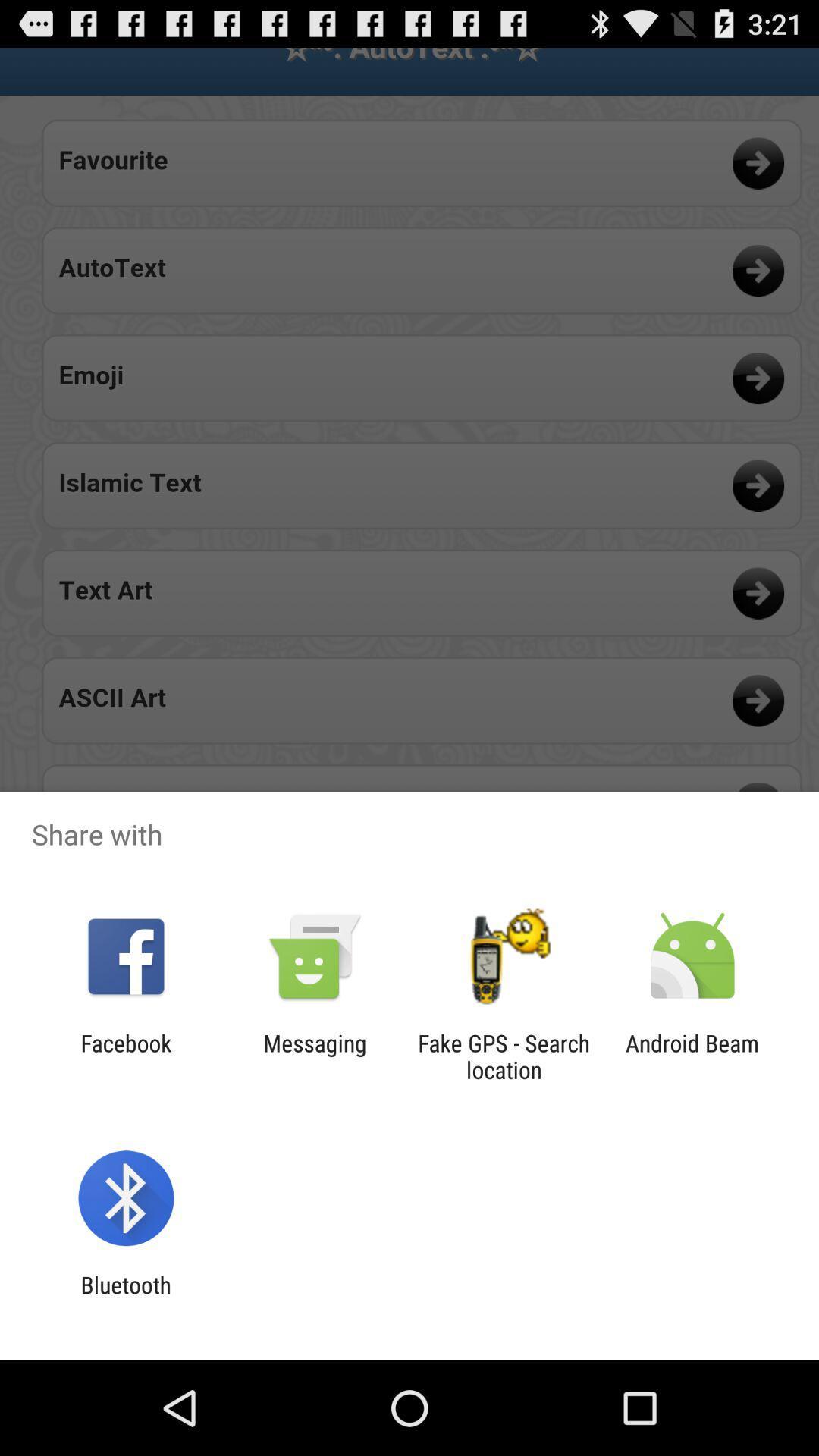 Image resolution: width=819 pixels, height=1456 pixels. What do you see at coordinates (504, 1056) in the screenshot?
I see `fake gps search` at bounding box center [504, 1056].